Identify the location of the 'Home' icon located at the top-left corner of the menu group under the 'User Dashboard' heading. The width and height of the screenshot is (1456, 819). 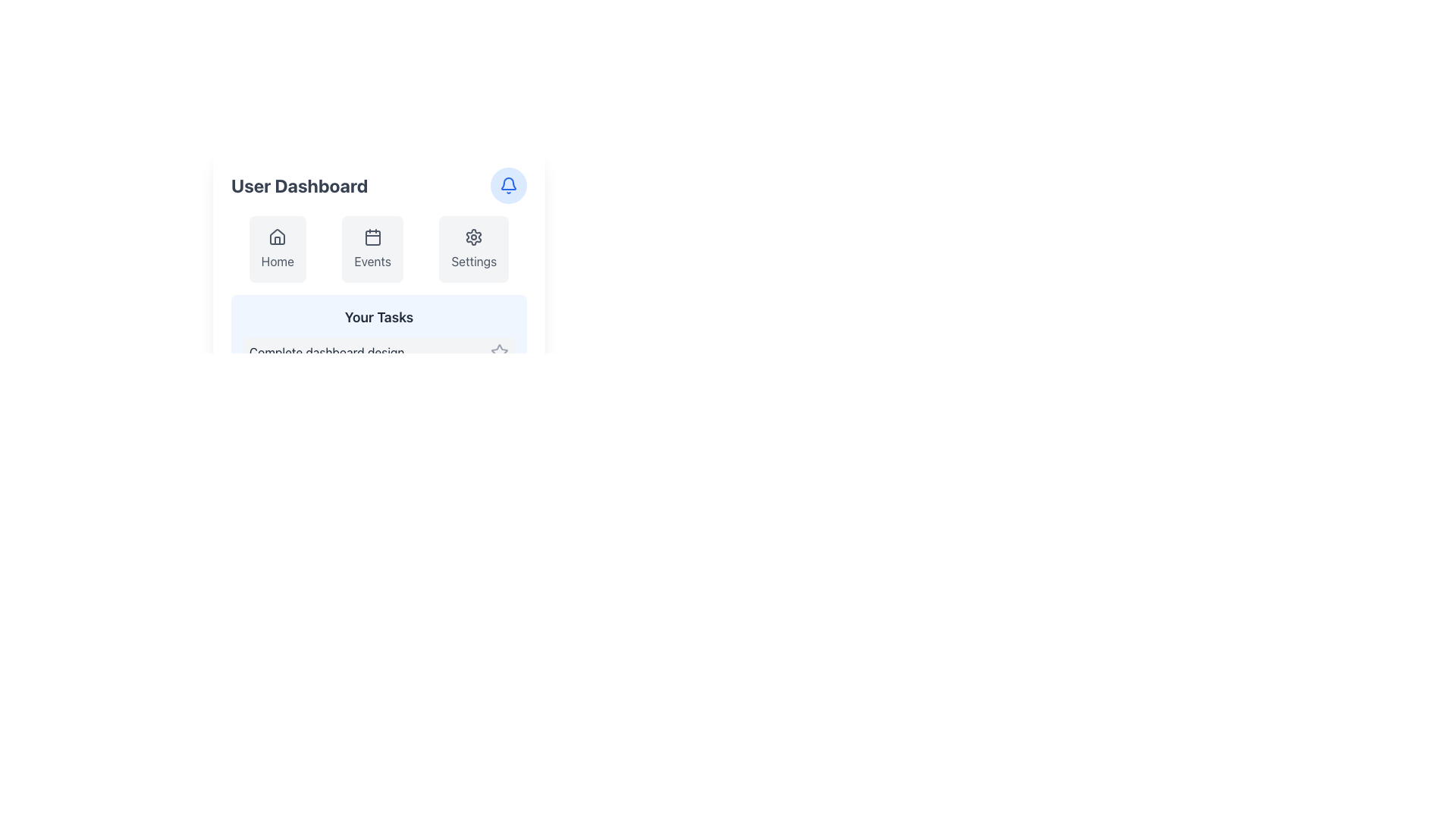
(278, 237).